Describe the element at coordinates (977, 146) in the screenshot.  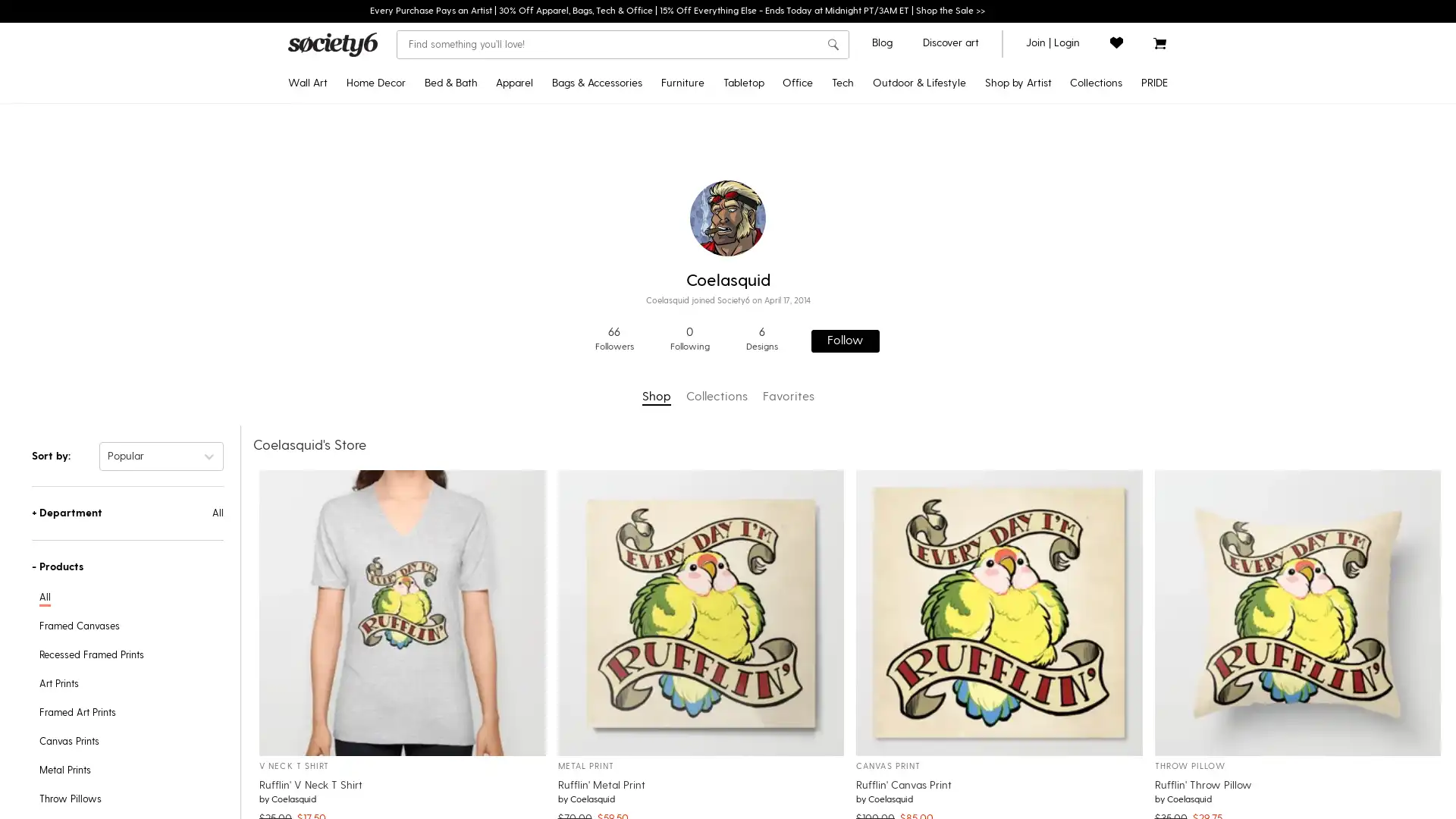
I see `Star WarsTM` at that location.